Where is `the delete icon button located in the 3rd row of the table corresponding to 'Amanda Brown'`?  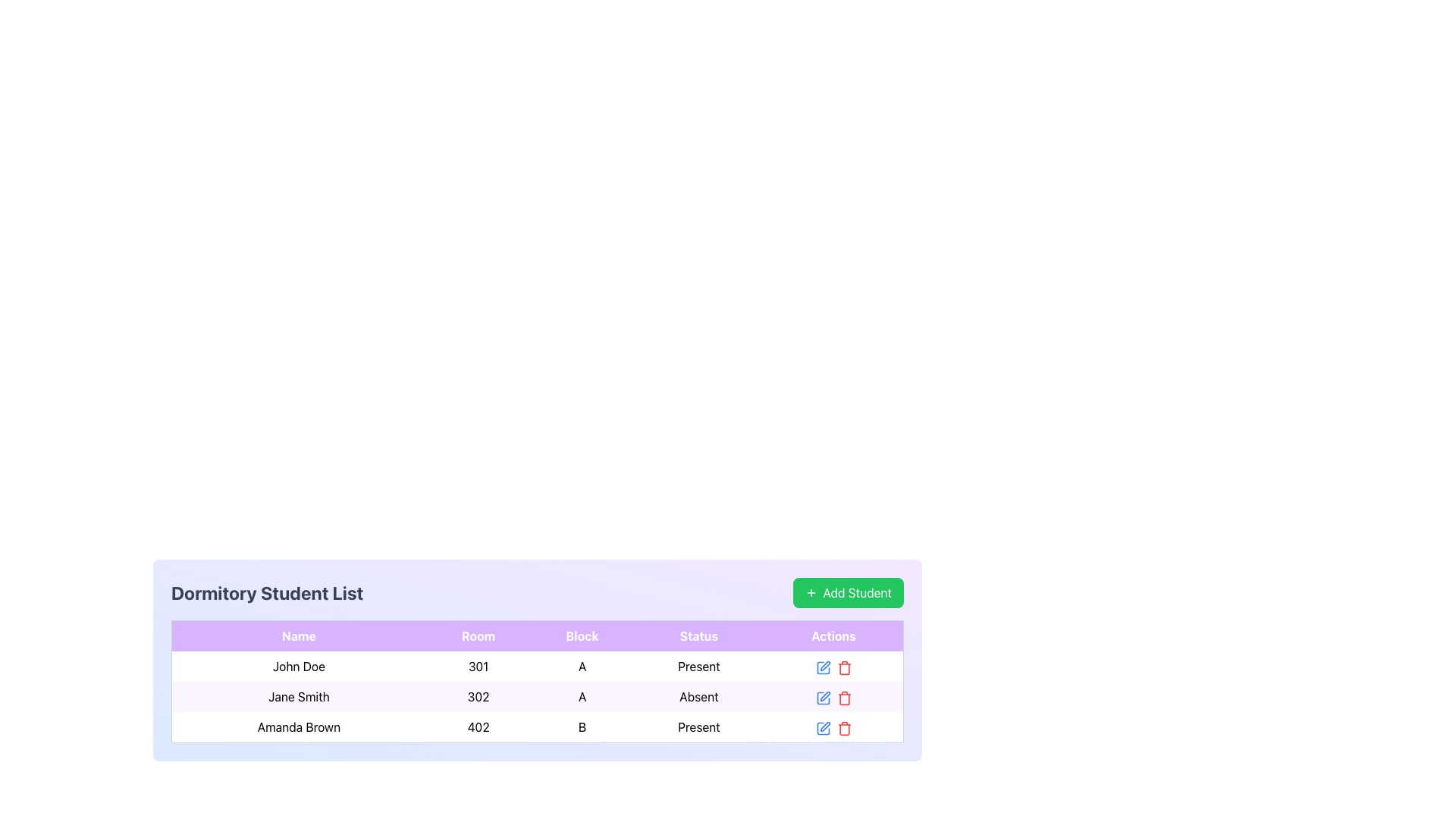
the delete icon button located in the 3rd row of the table corresponding to 'Amanda Brown' is located at coordinates (843, 726).